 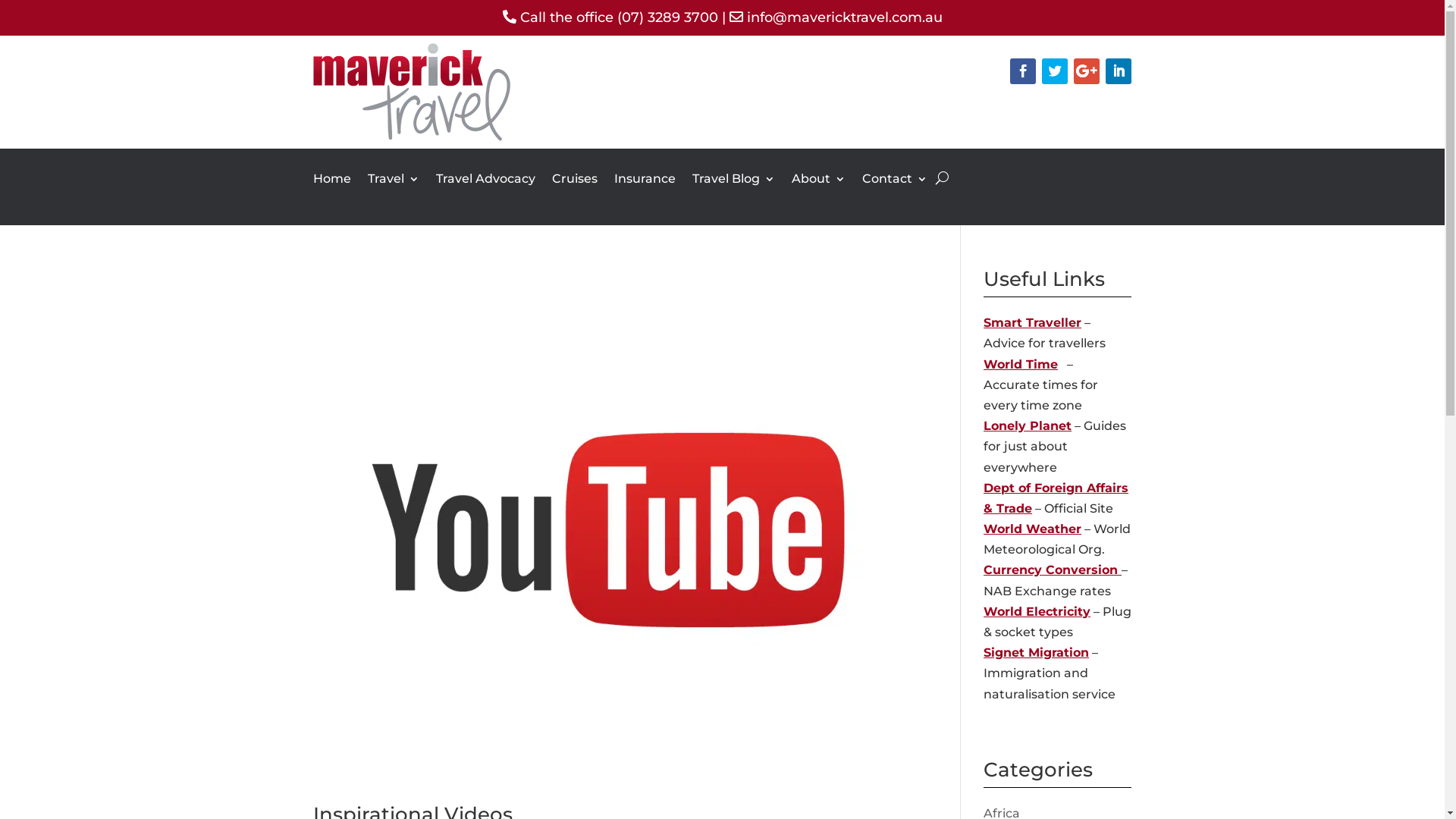 I want to click on 'Cruises', so click(x=574, y=189).